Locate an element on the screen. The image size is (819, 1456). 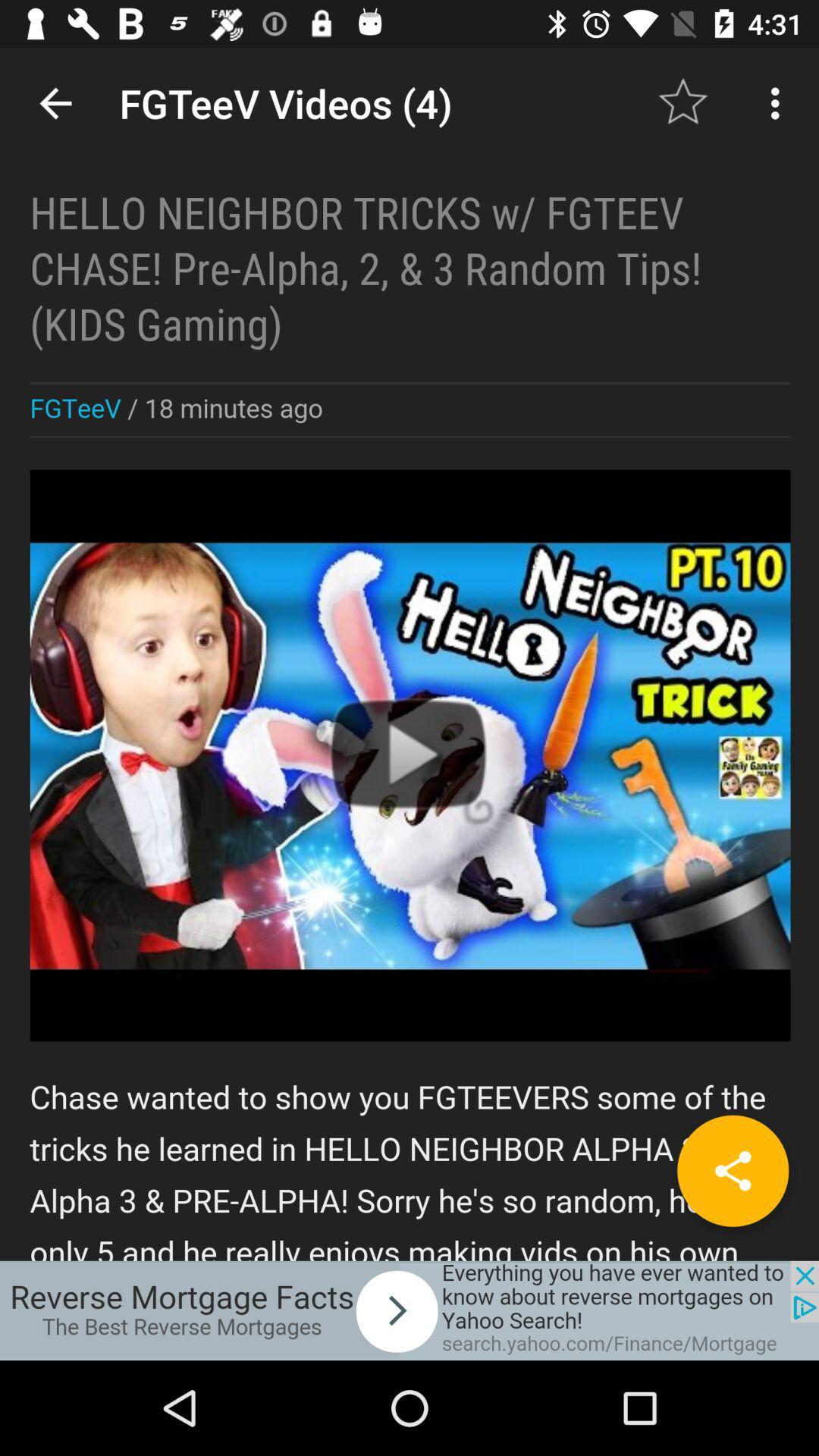
share button is located at coordinates (732, 1170).